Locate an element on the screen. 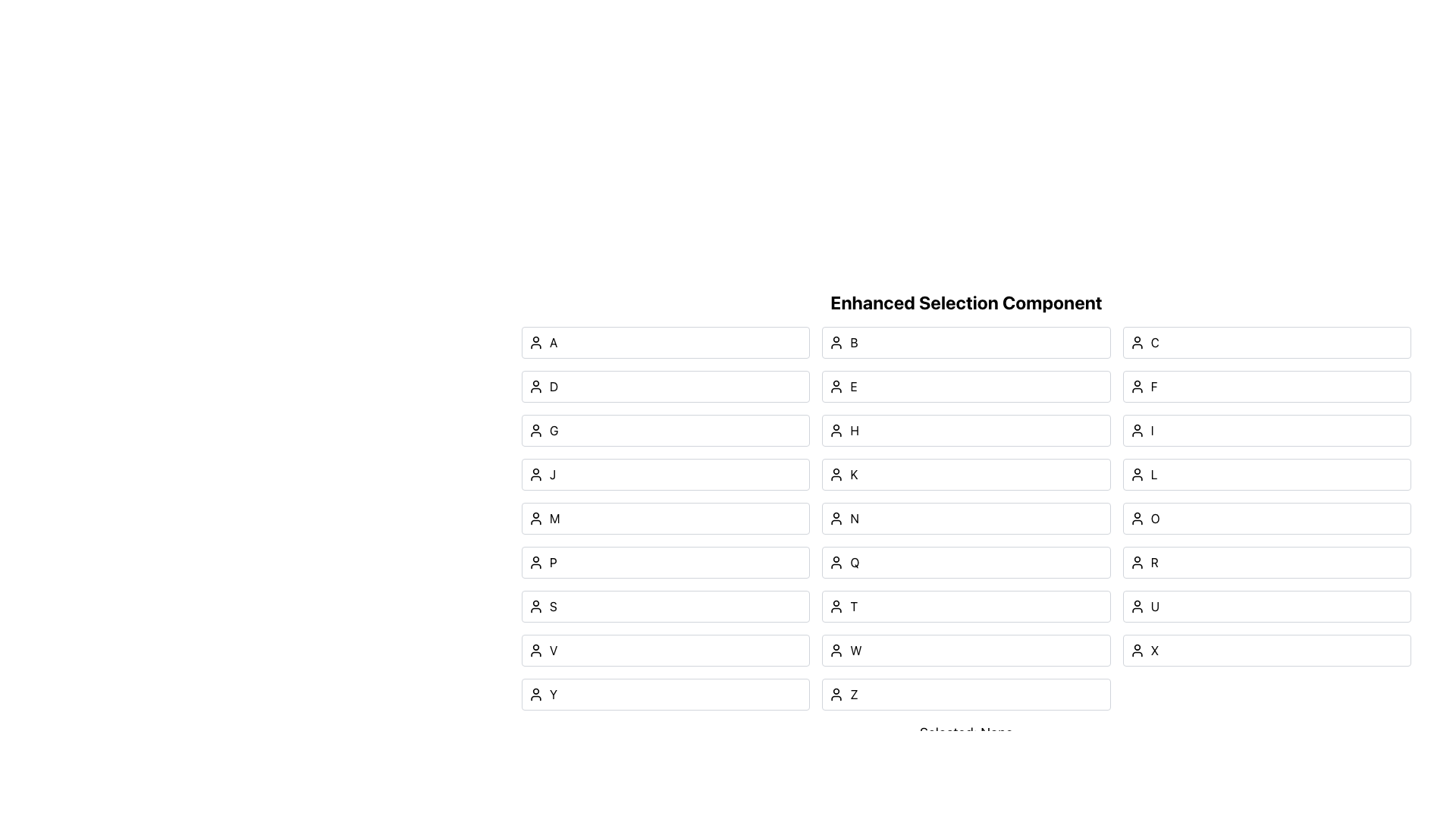 This screenshot has width=1456, height=819. the graphical icon representing a standard user silhouette located within the option labeled 'D', positioned in the first column of a grid layout is located at coordinates (535, 385).